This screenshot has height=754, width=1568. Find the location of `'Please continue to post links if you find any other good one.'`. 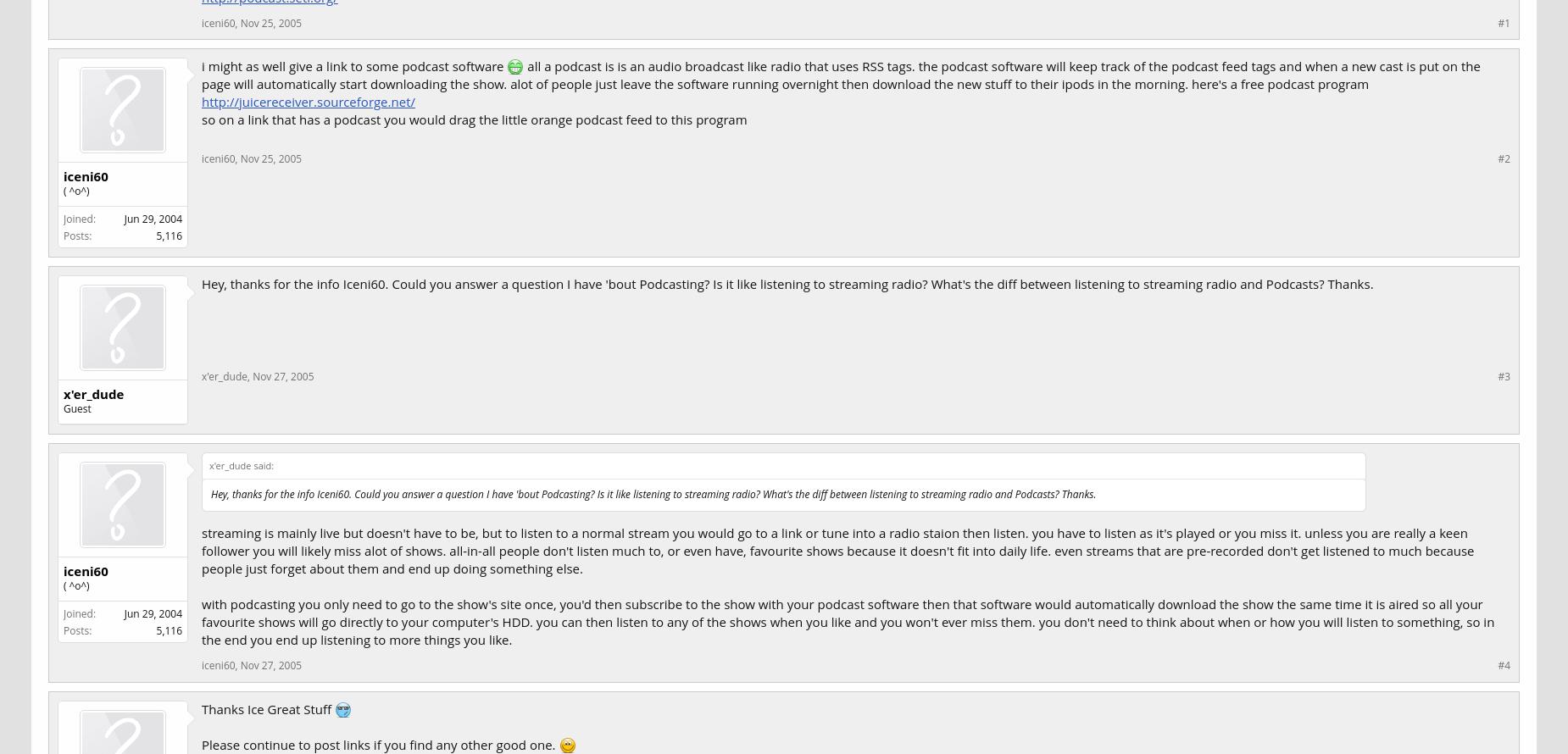

'Please continue to post links if you find any other good one.' is located at coordinates (379, 742).